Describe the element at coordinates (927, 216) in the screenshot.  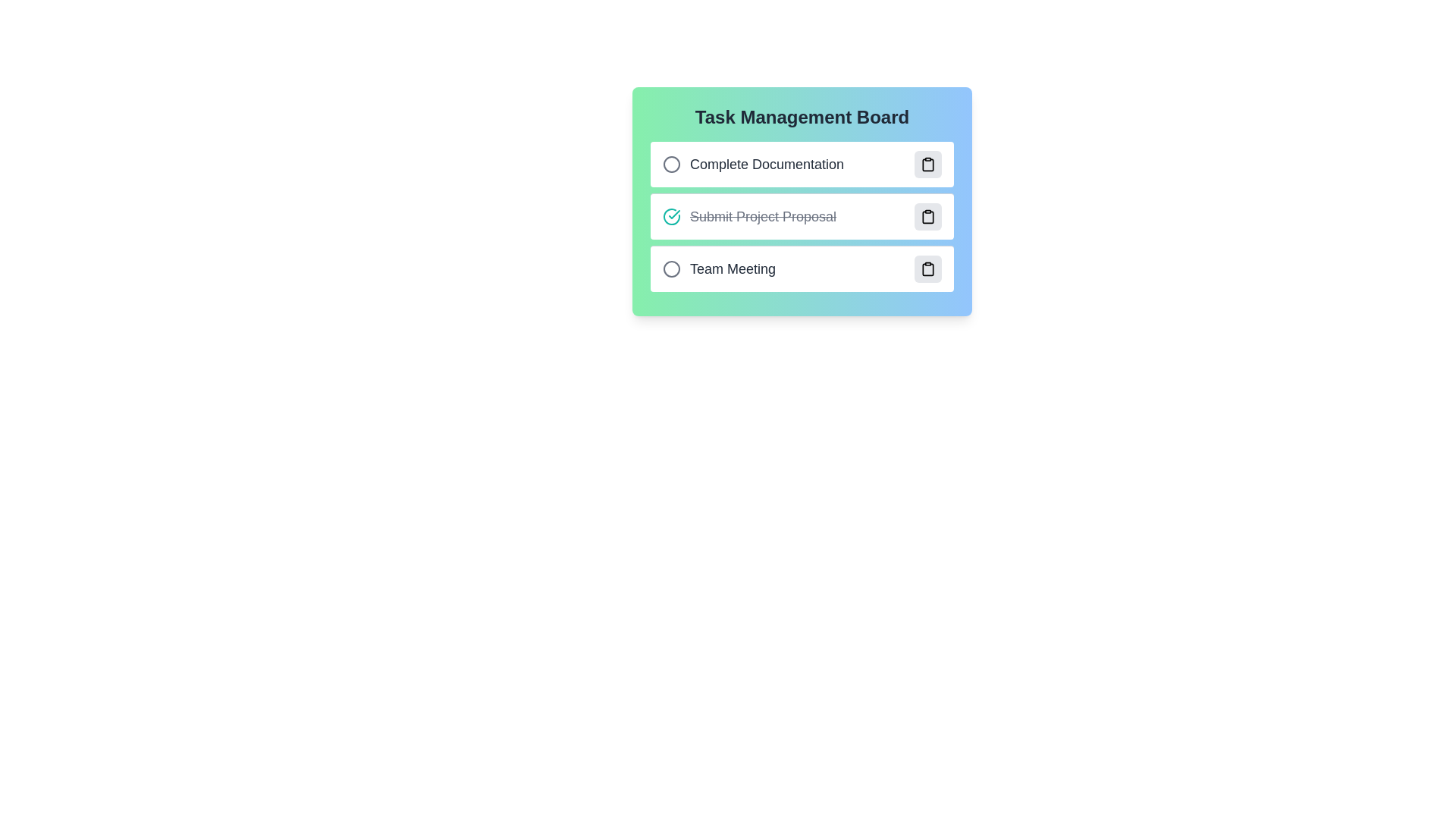
I see `action button associated with the task titled 'Submit Project Proposal' to toggle its completion status` at that location.